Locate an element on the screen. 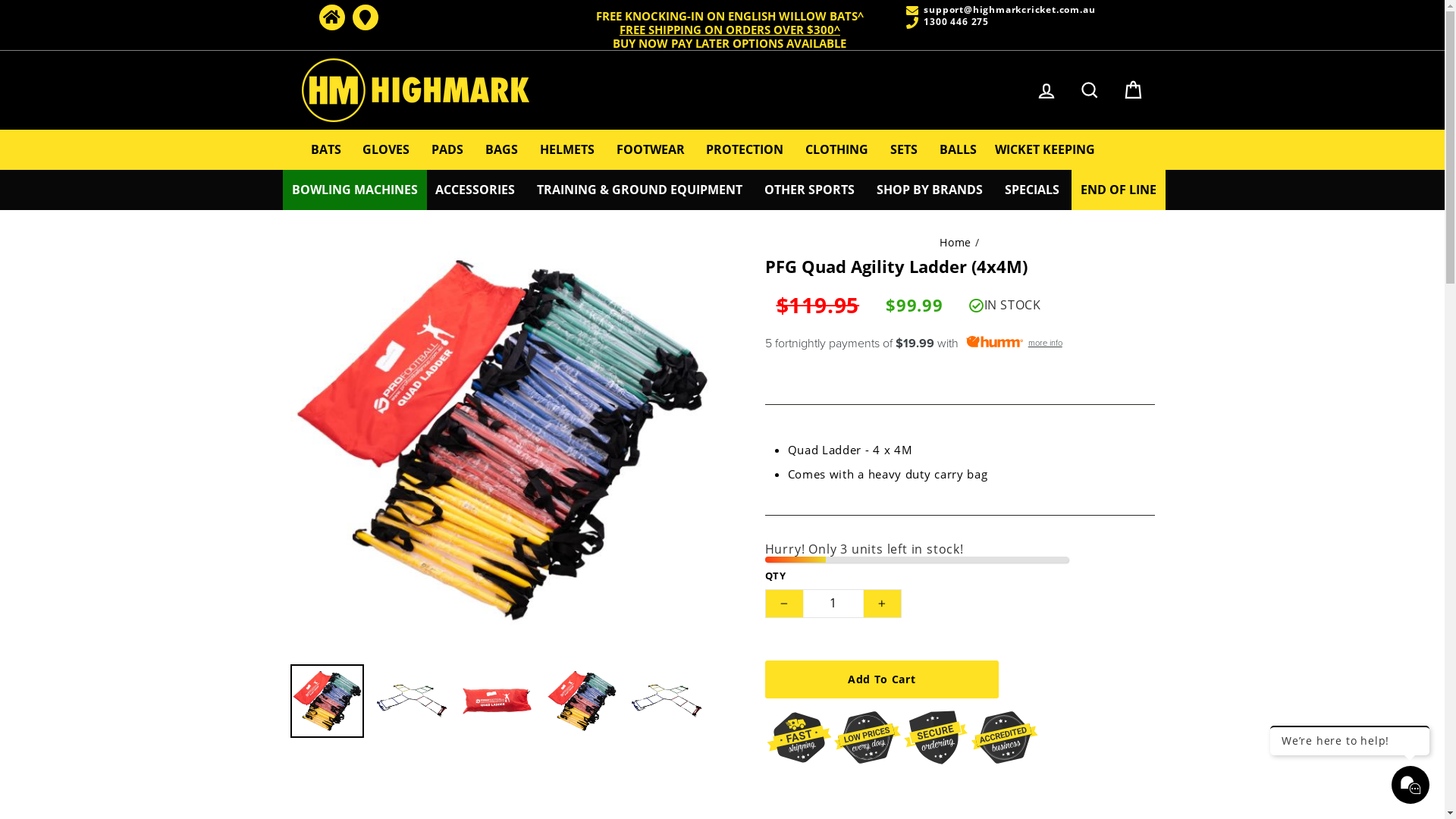  'SHOP BY BRANDS' is located at coordinates (928, 189).